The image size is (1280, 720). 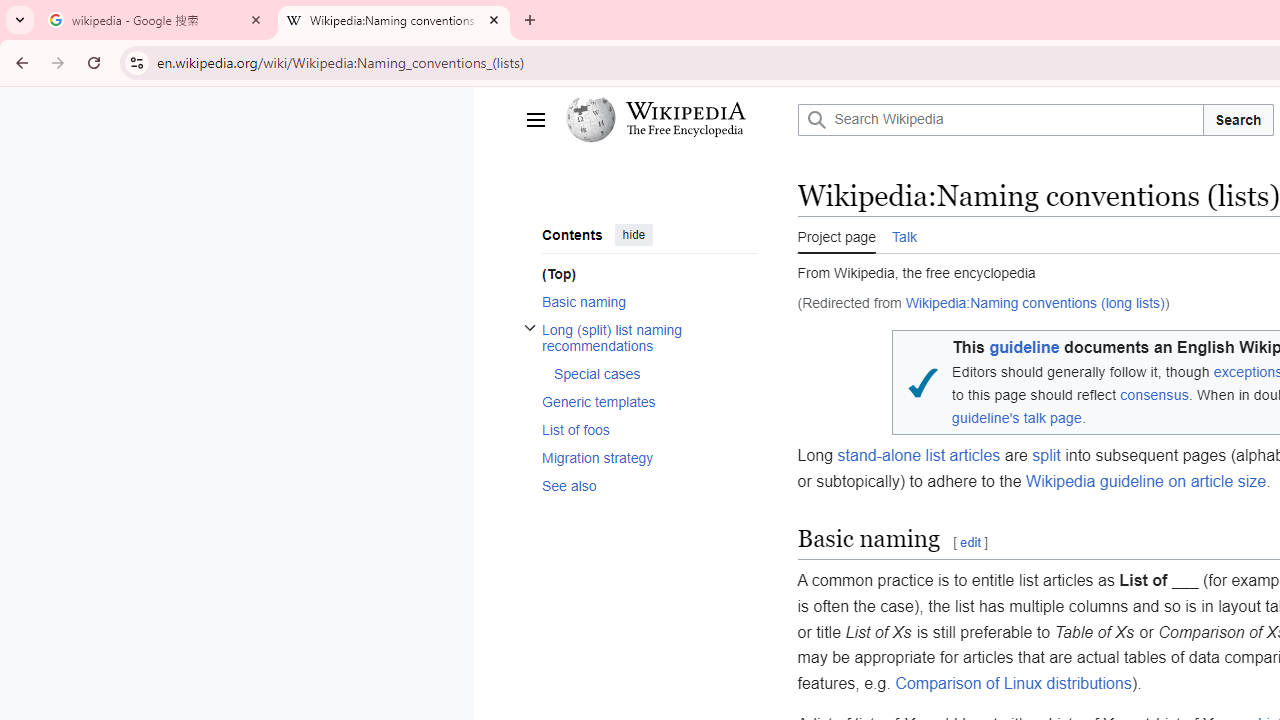 I want to click on 'AutomationID: toc-Generic_templates', so click(x=643, y=401).